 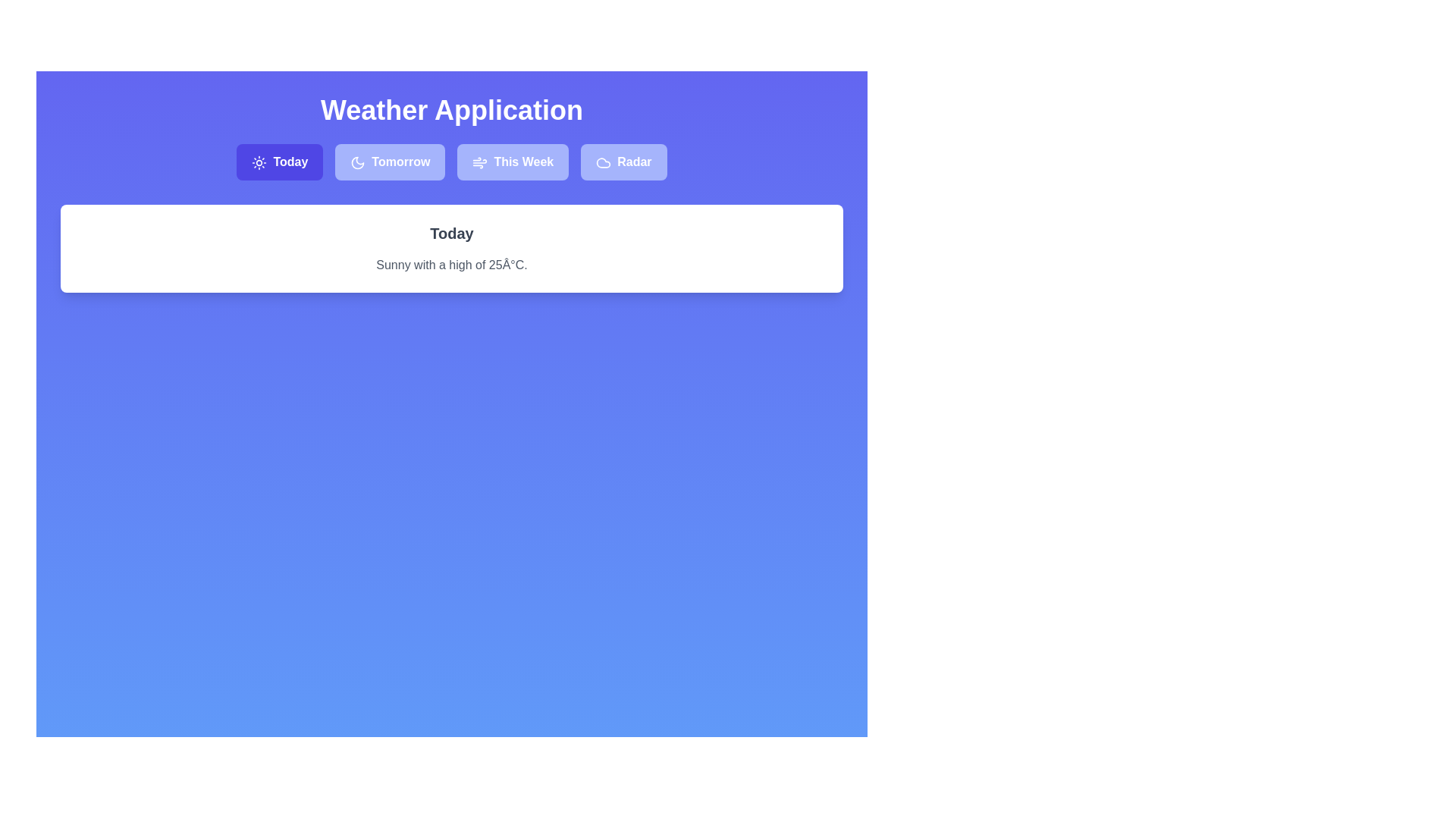 I want to click on the Tomorrow tab by clicking on its button, so click(x=390, y=162).